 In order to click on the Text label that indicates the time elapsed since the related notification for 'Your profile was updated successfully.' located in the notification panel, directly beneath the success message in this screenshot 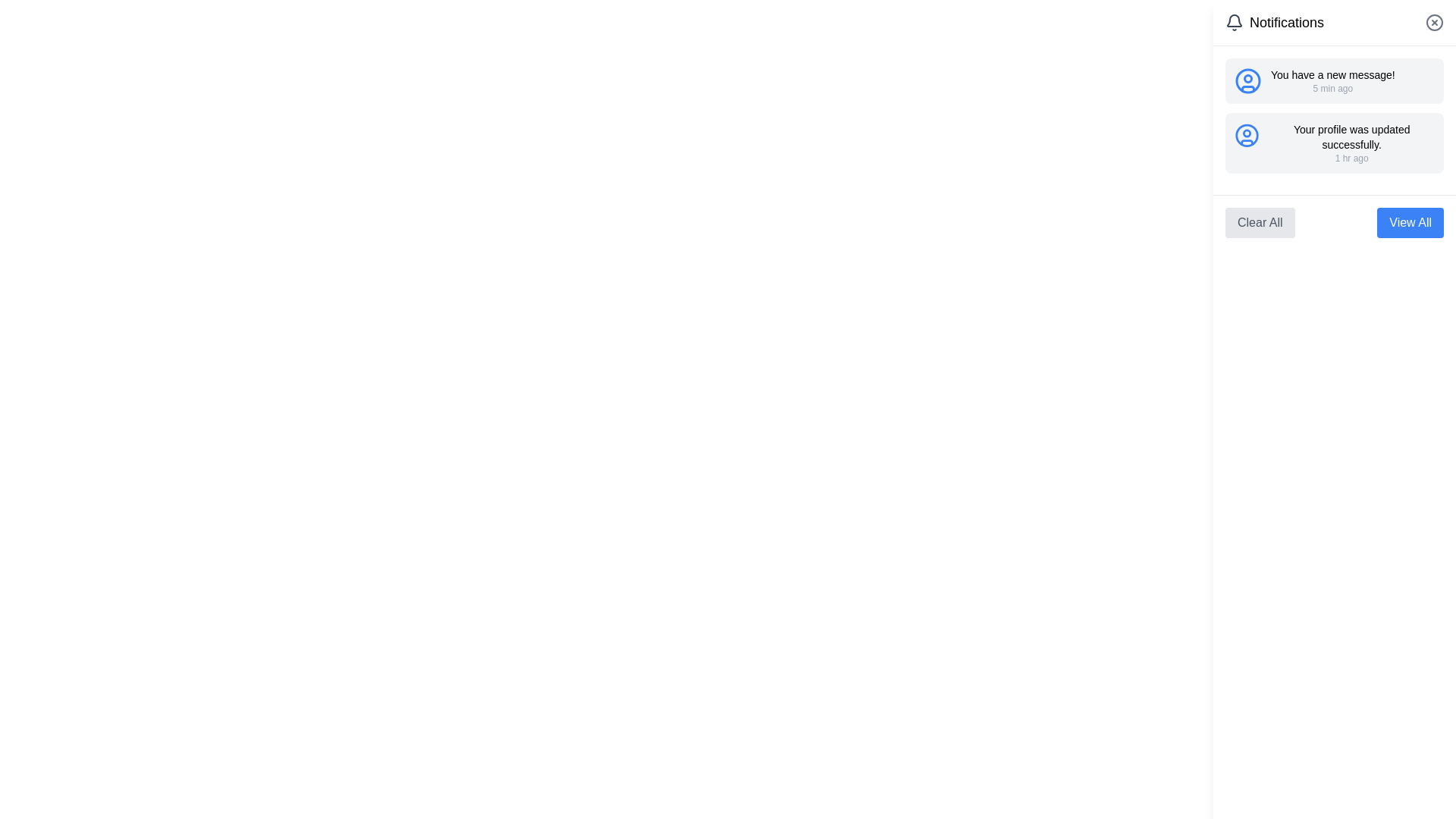, I will do `click(1351, 158)`.